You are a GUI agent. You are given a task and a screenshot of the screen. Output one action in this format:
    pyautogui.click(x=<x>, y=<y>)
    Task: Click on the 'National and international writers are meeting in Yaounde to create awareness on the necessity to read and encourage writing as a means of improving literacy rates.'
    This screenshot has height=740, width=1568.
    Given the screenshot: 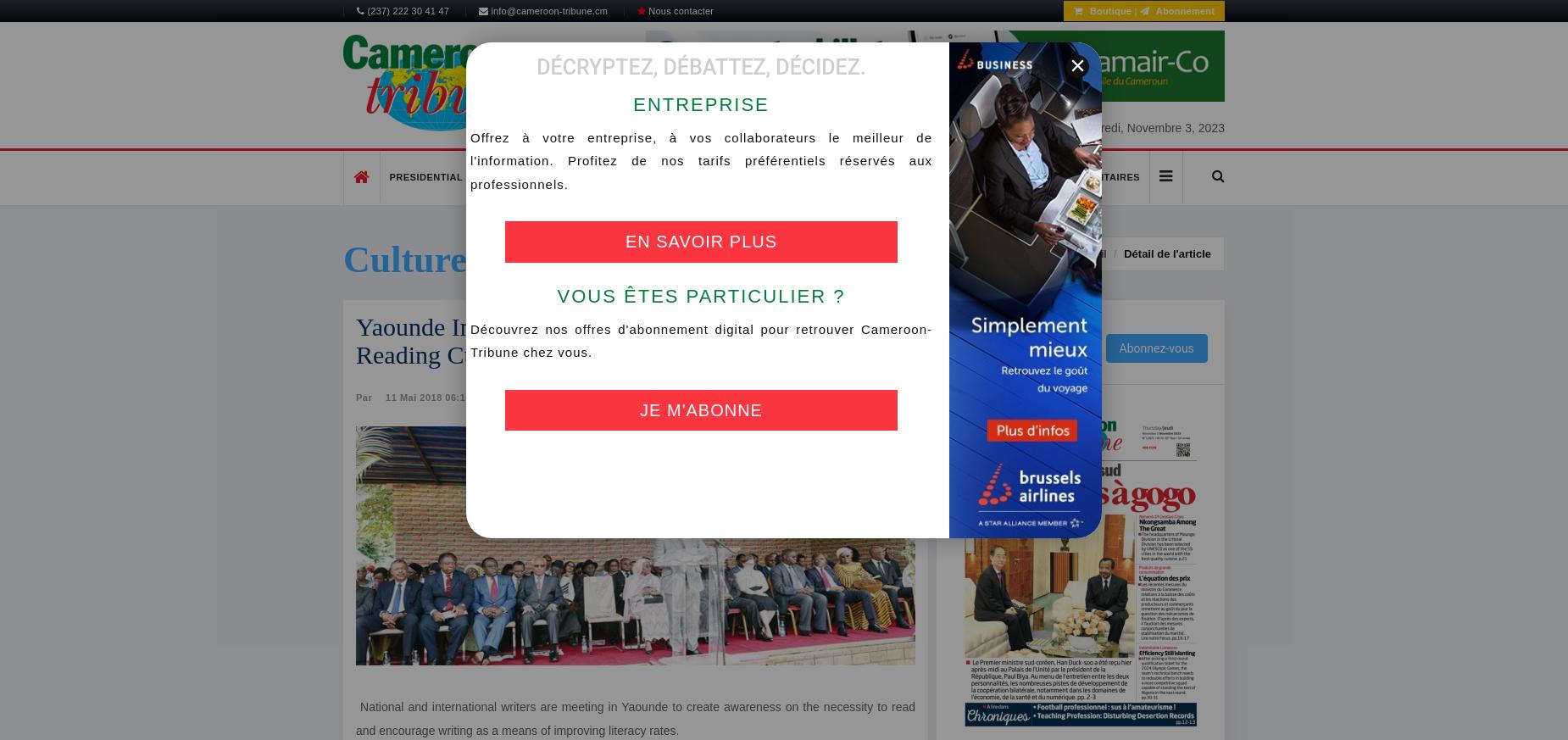 What is the action you would take?
    pyautogui.click(x=635, y=719)
    